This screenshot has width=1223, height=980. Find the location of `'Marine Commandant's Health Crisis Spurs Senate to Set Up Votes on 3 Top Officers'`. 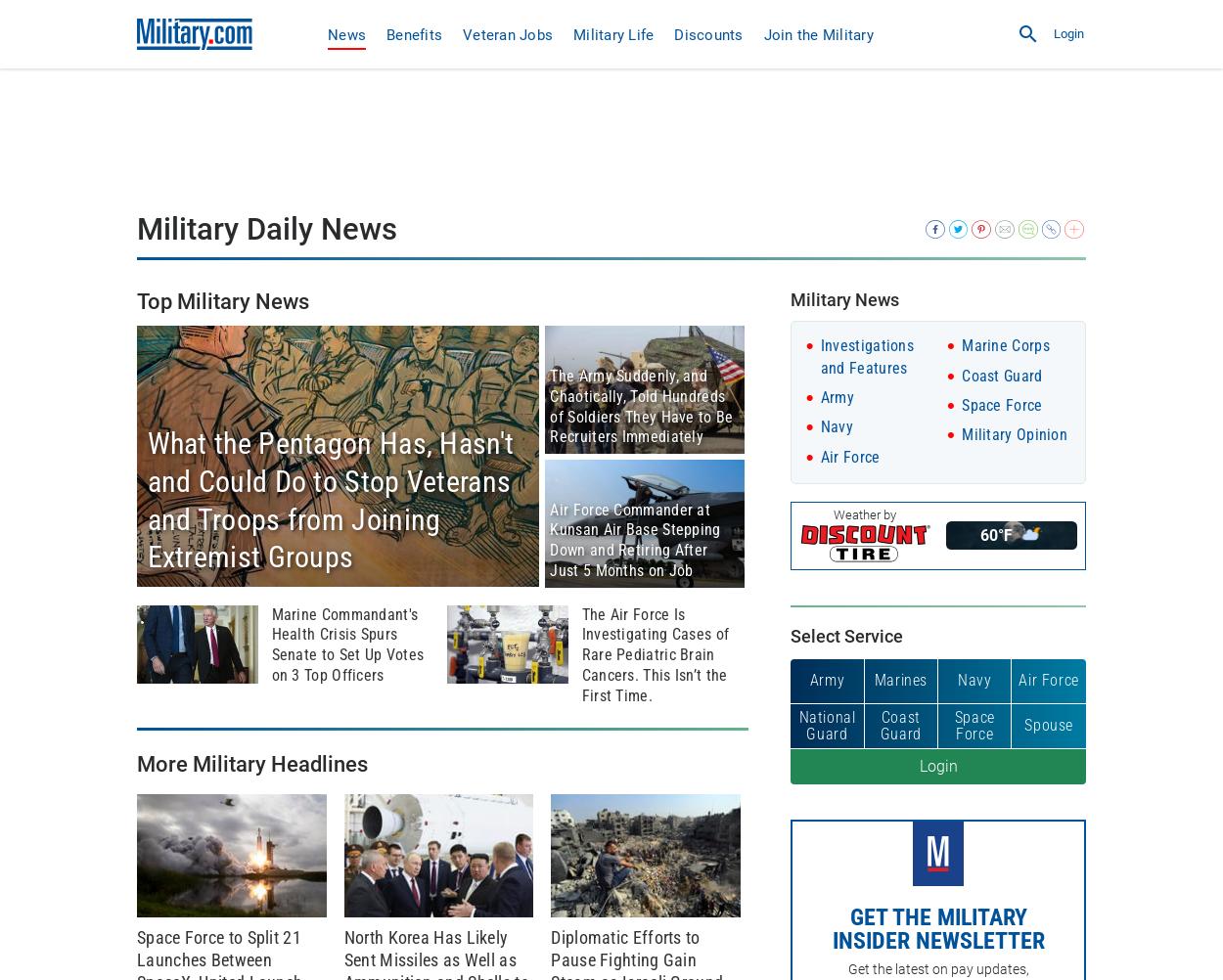

'Marine Commandant's Health Crisis Spurs Senate to Set Up Votes on 3 Top Officers' is located at coordinates (345, 643).